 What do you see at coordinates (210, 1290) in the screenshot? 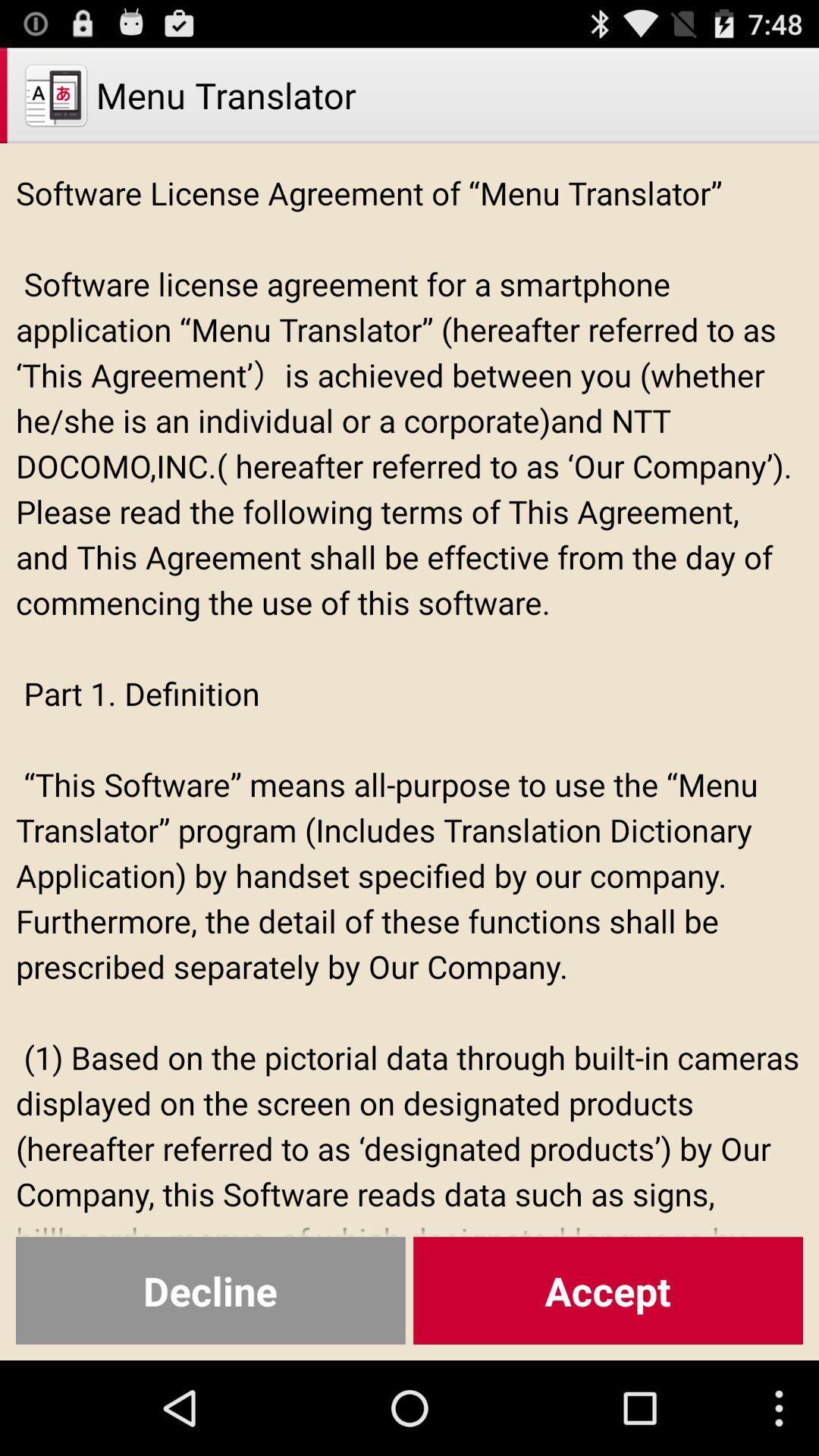
I see `the decline at the bottom left corner` at bounding box center [210, 1290].